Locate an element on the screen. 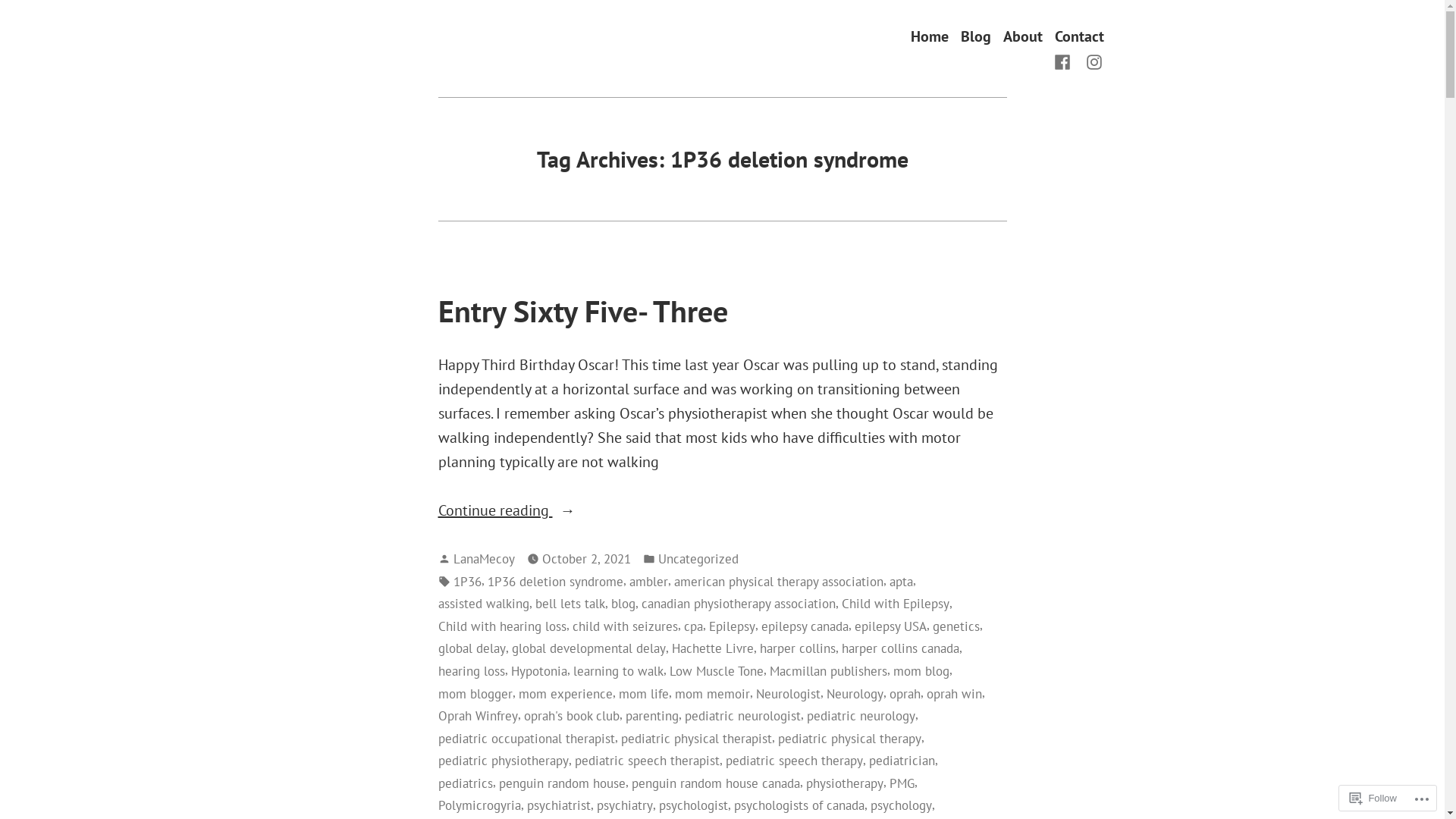 The height and width of the screenshot is (819, 1456). 'penguin random house canada' is located at coordinates (714, 783).